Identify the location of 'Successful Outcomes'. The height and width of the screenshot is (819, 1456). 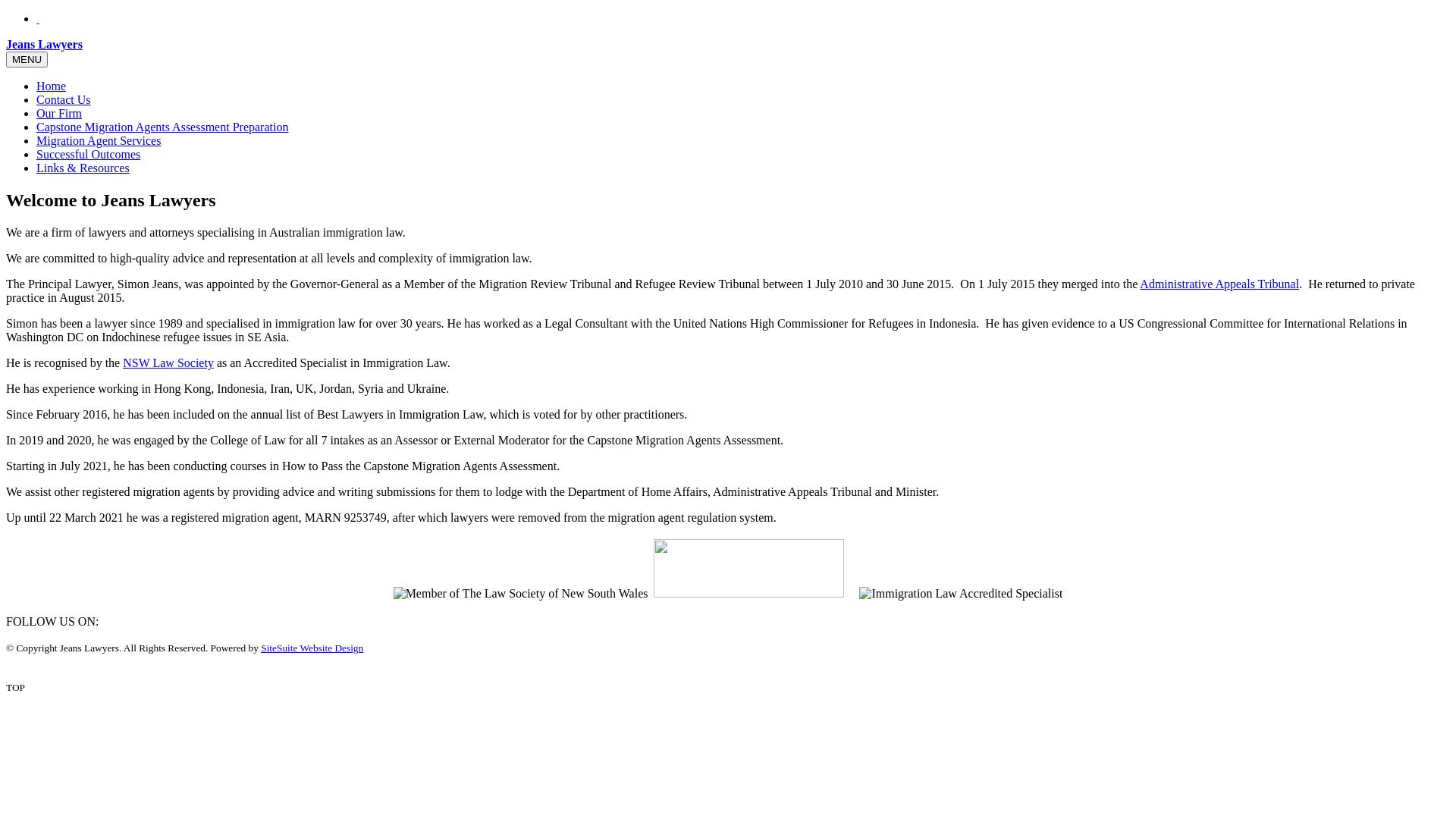
(87, 154).